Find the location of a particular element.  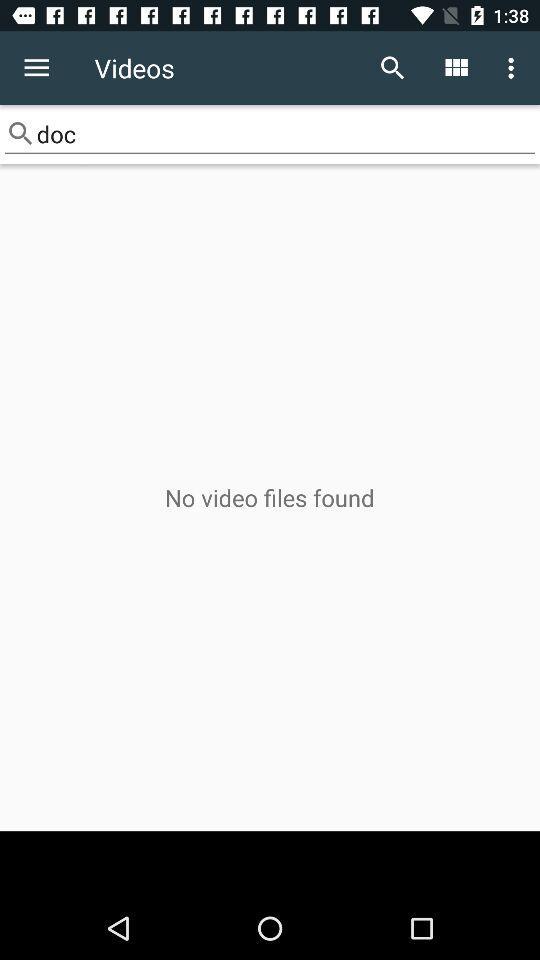

doc item is located at coordinates (270, 133).